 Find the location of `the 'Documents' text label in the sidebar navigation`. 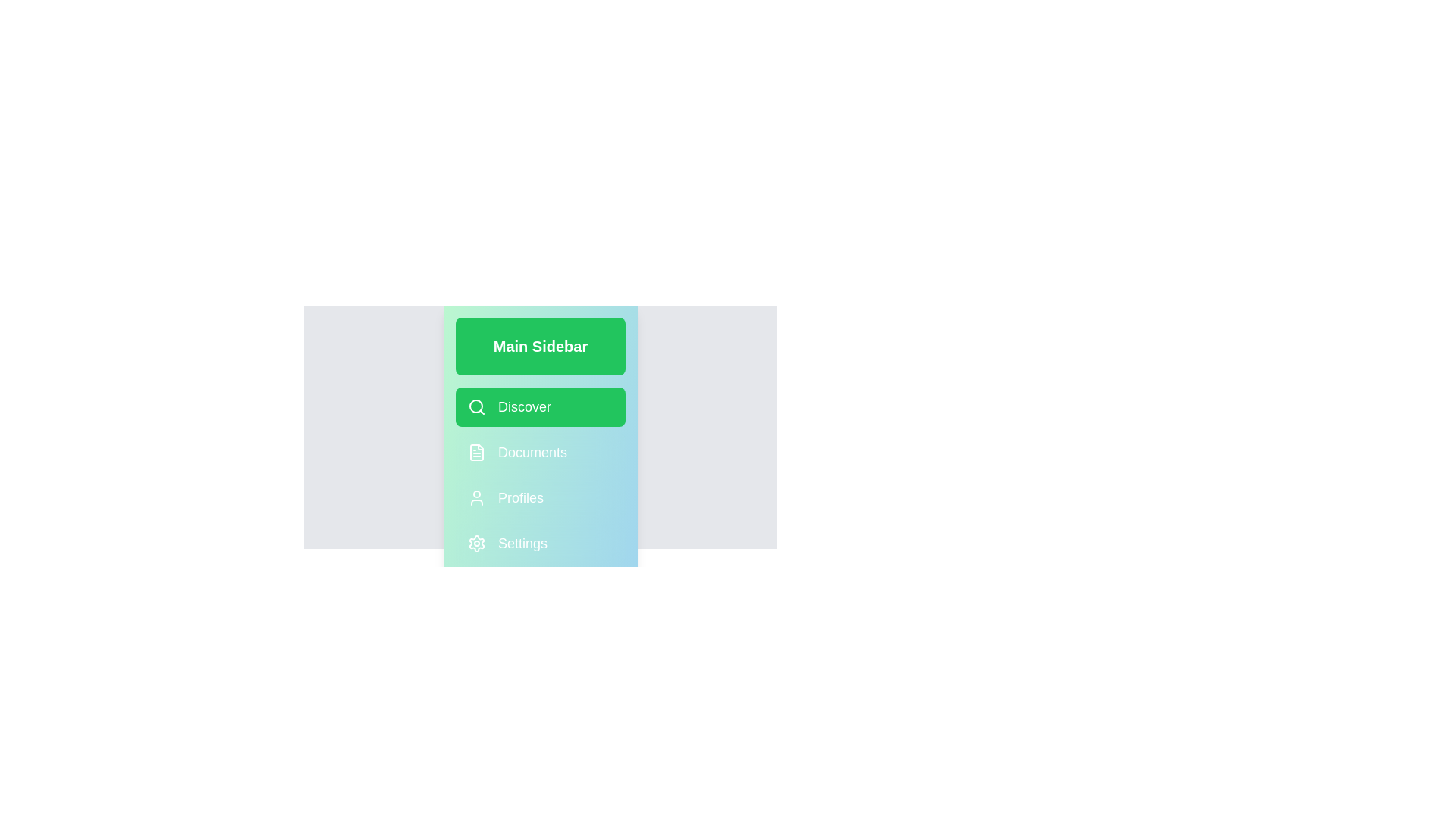

the 'Documents' text label in the sidebar navigation is located at coordinates (532, 452).